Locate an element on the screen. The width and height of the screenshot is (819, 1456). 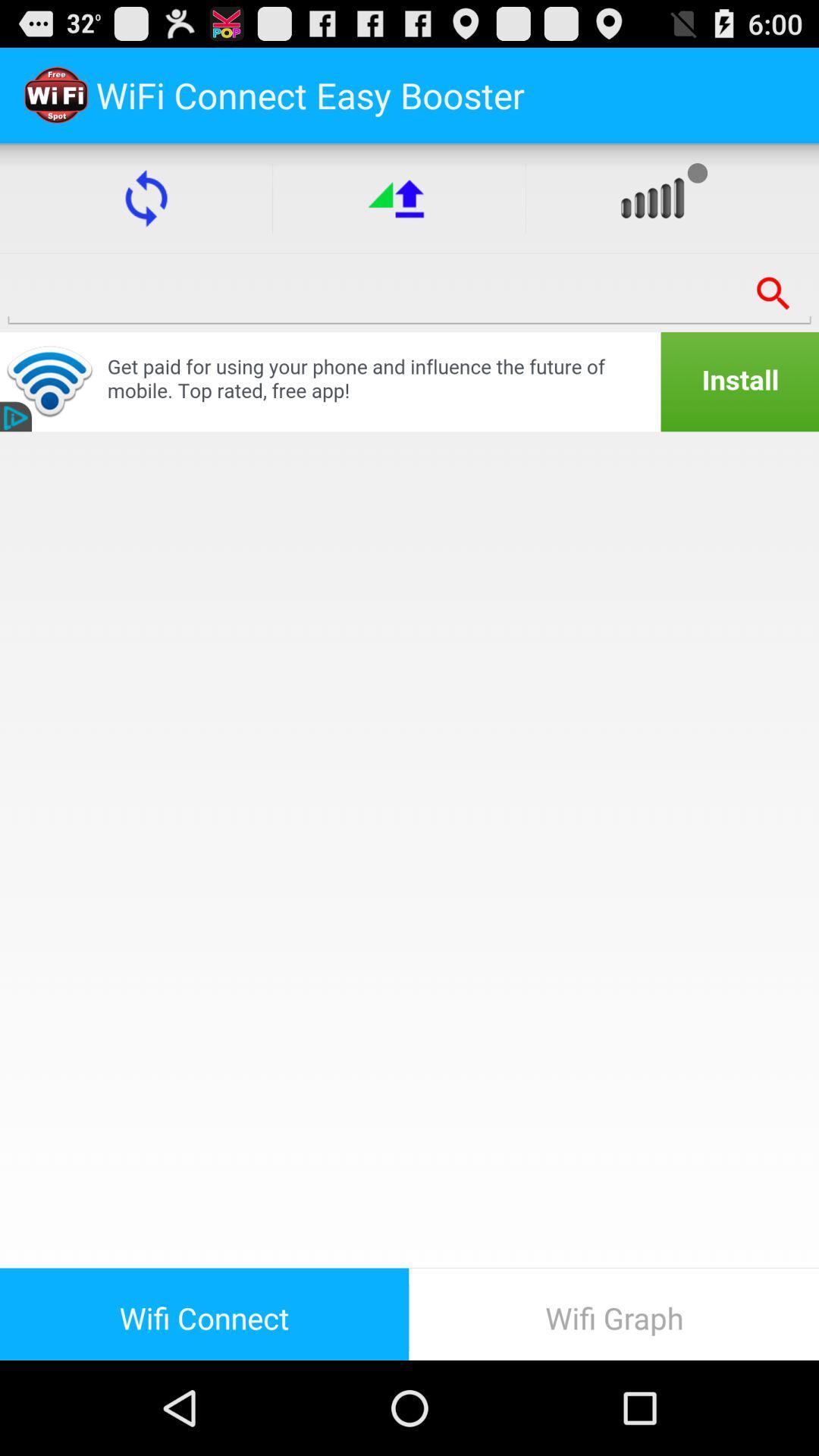
the logo at top left corner is located at coordinates (55, 94).